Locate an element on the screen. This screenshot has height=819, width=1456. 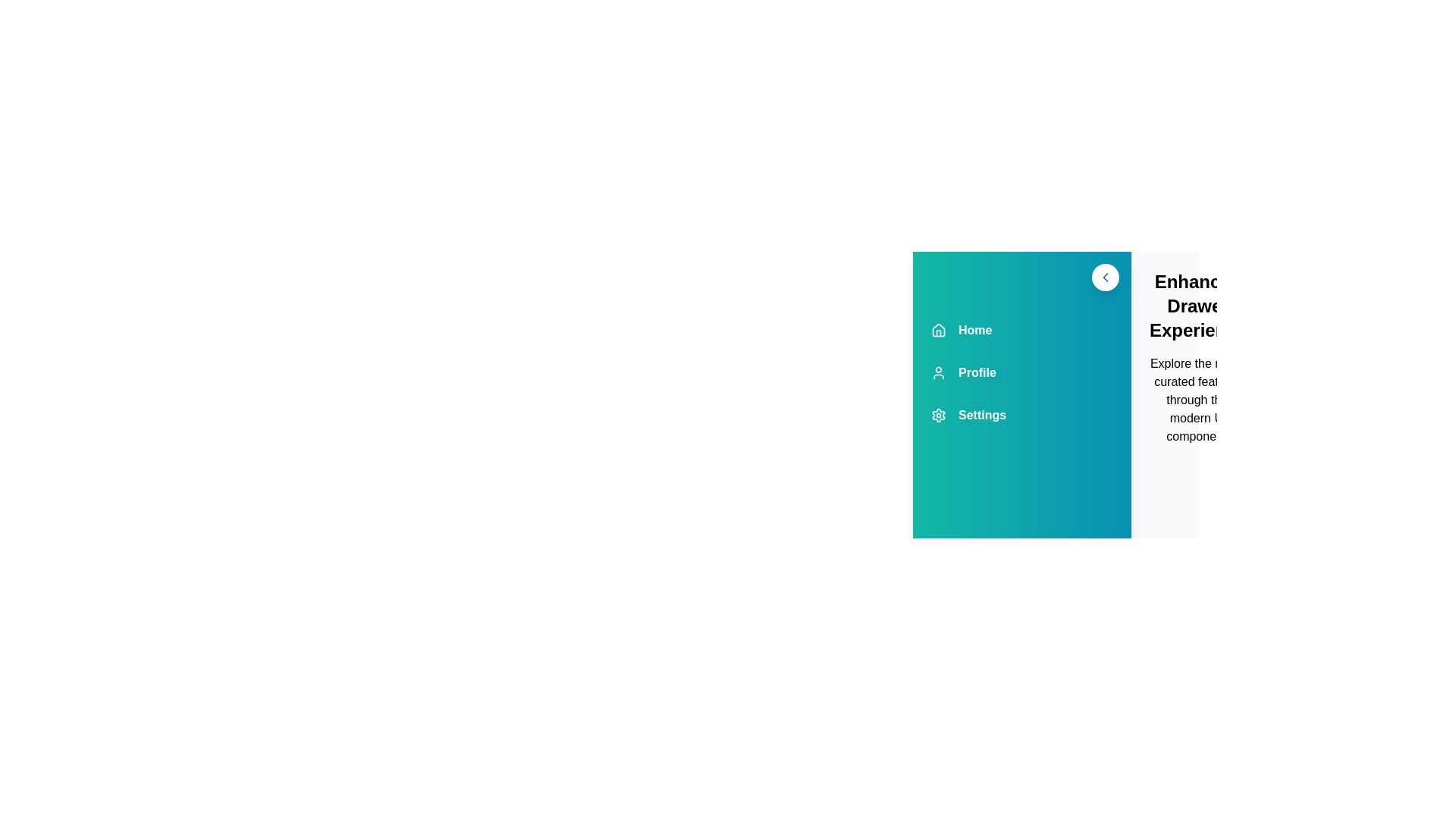
the Home navigation item in the drawer is located at coordinates (1022, 329).